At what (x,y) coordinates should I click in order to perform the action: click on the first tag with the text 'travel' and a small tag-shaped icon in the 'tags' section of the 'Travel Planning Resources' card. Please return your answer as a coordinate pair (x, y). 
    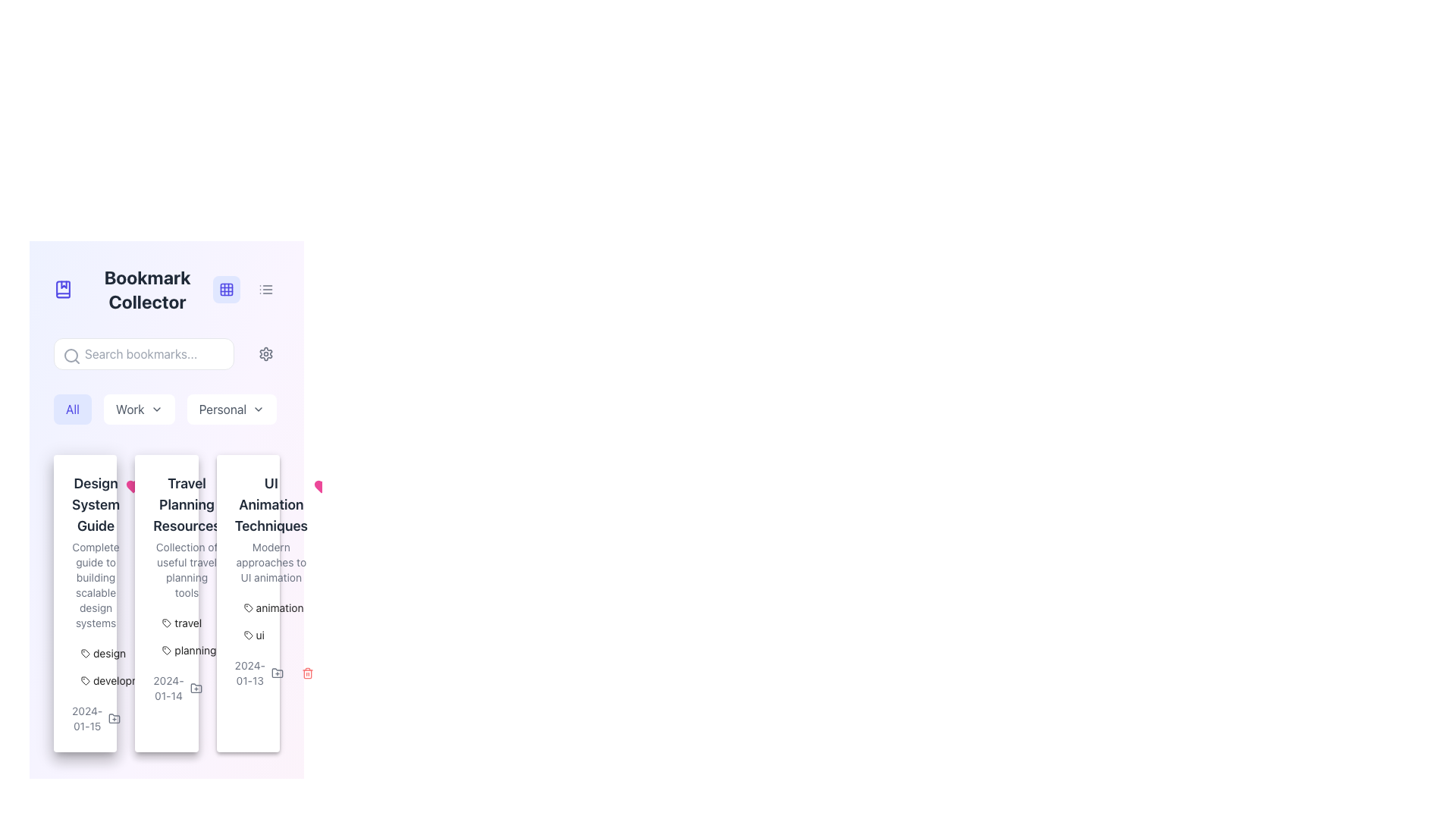
    Looking at the image, I should click on (182, 623).